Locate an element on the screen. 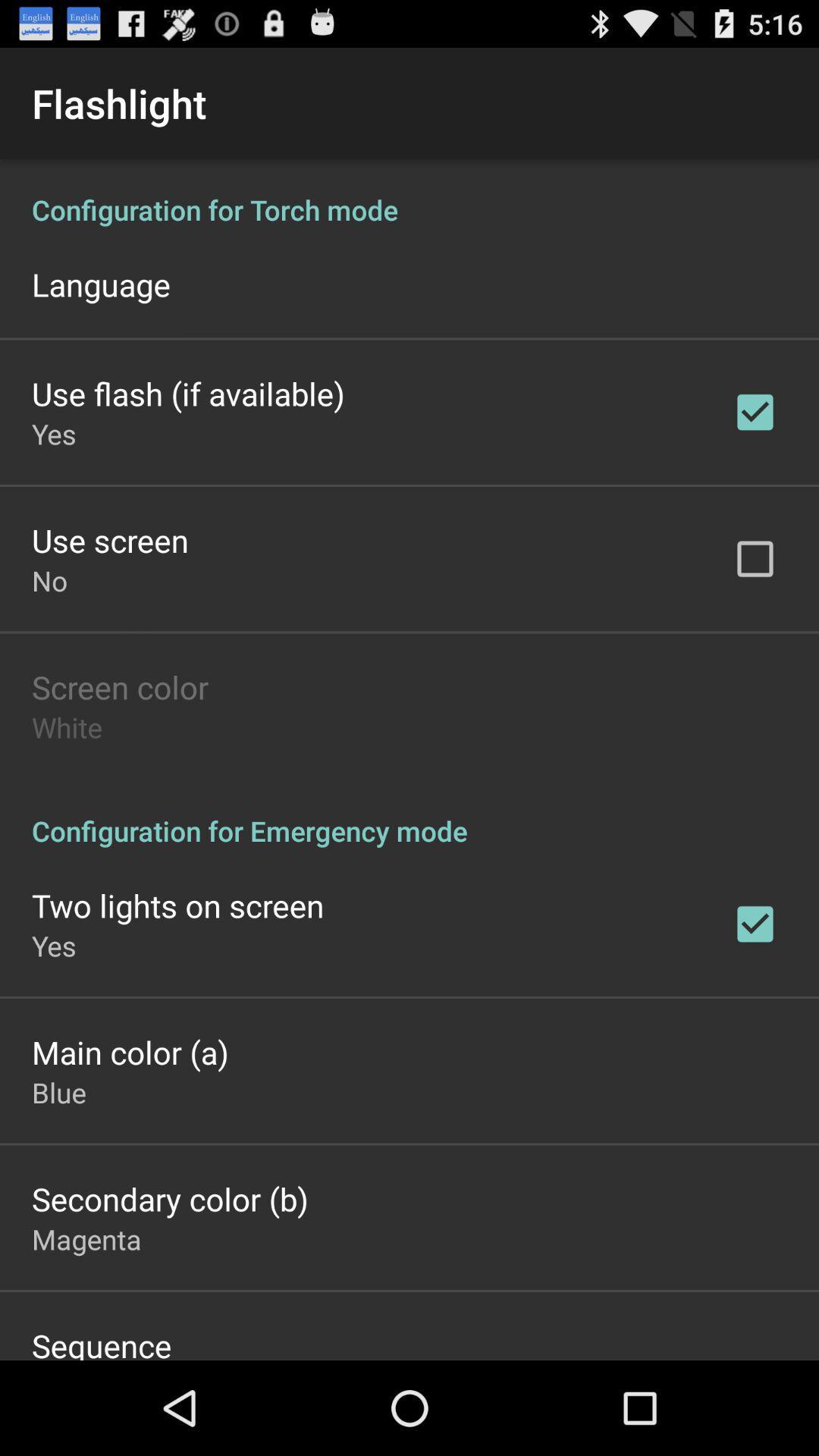  item below blue item is located at coordinates (170, 1197).